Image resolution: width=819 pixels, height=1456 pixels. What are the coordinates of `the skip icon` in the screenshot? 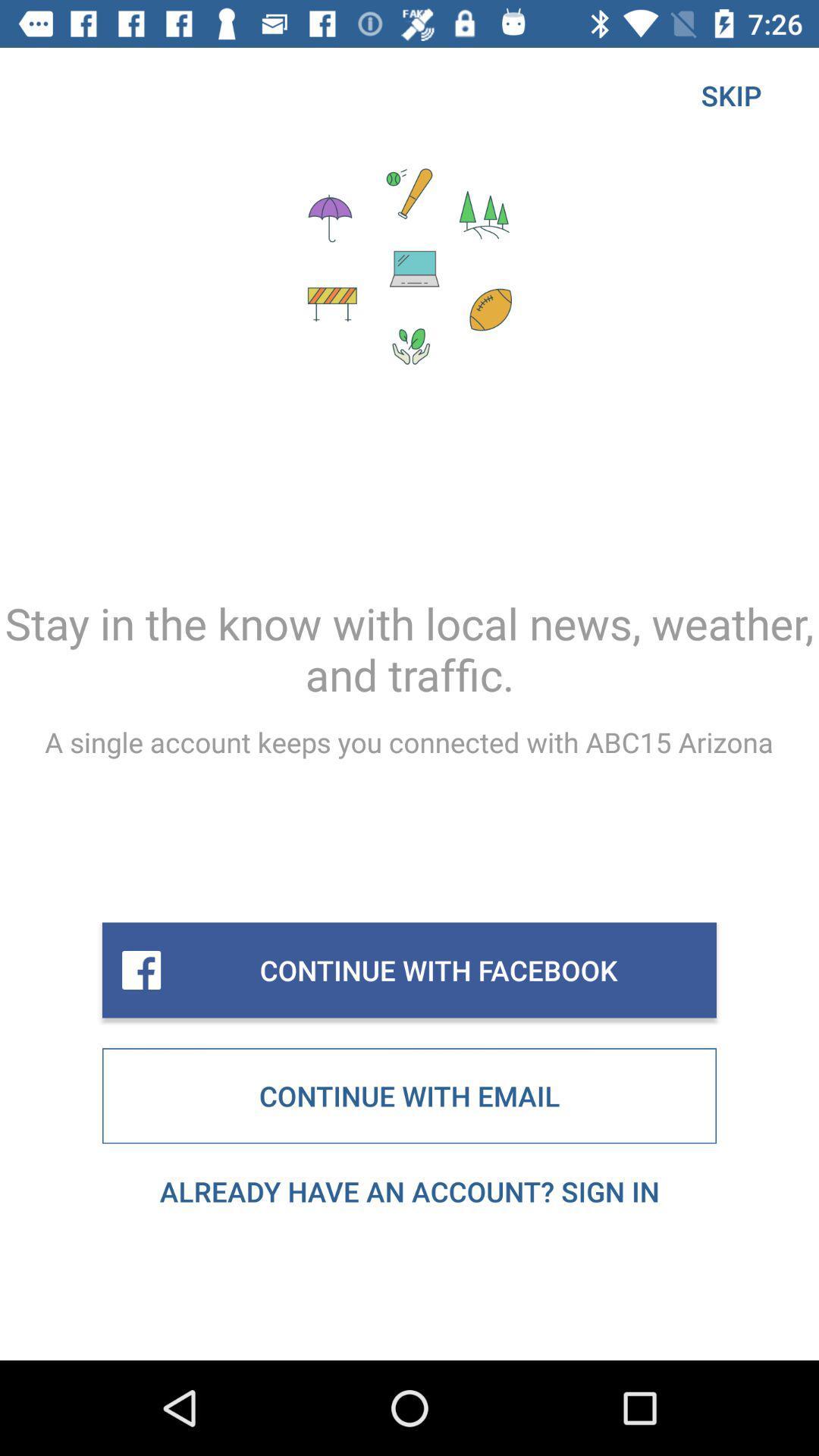 It's located at (730, 94).